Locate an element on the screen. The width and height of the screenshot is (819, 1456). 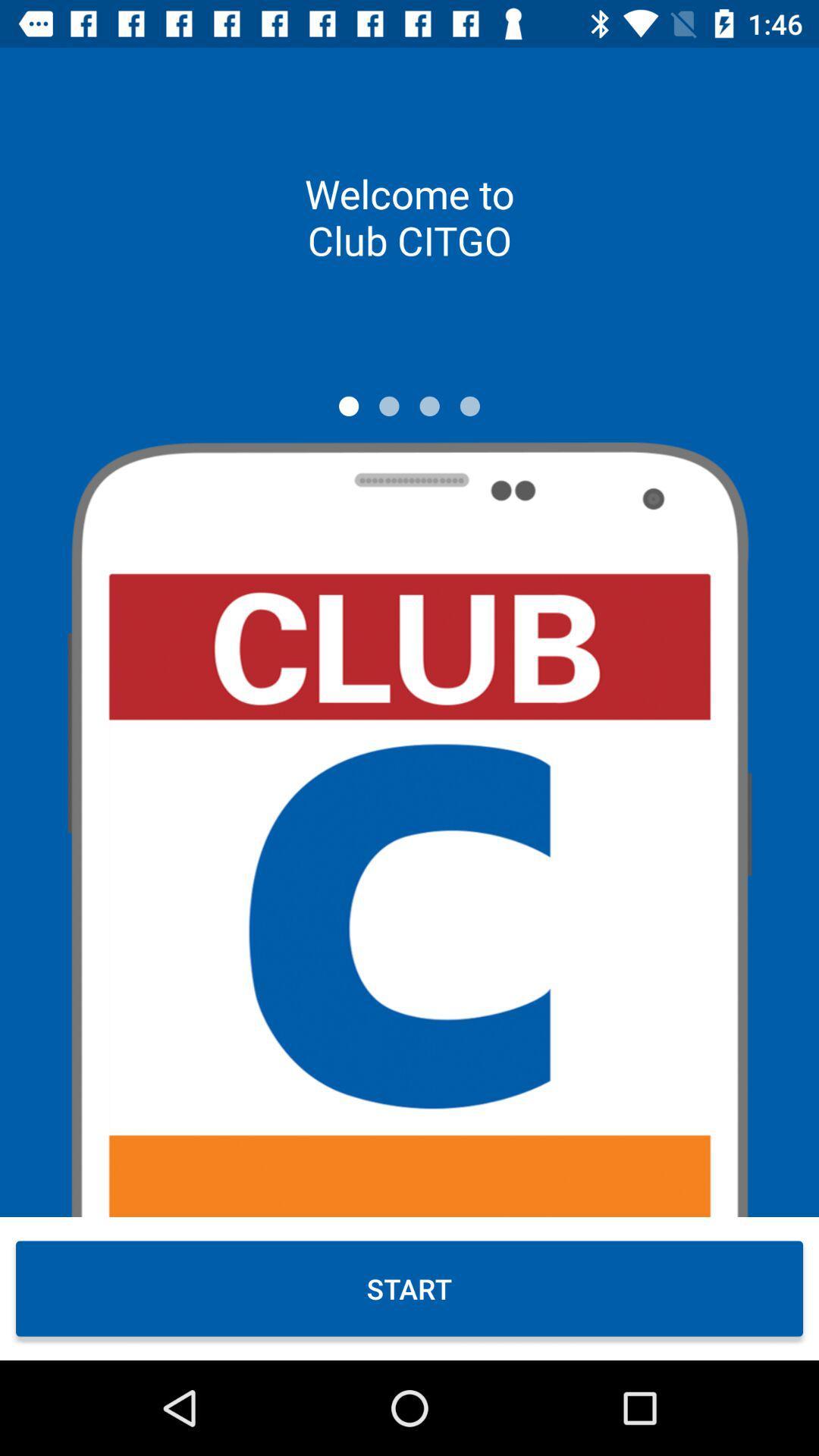
start item is located at coordinates (409, 1288).